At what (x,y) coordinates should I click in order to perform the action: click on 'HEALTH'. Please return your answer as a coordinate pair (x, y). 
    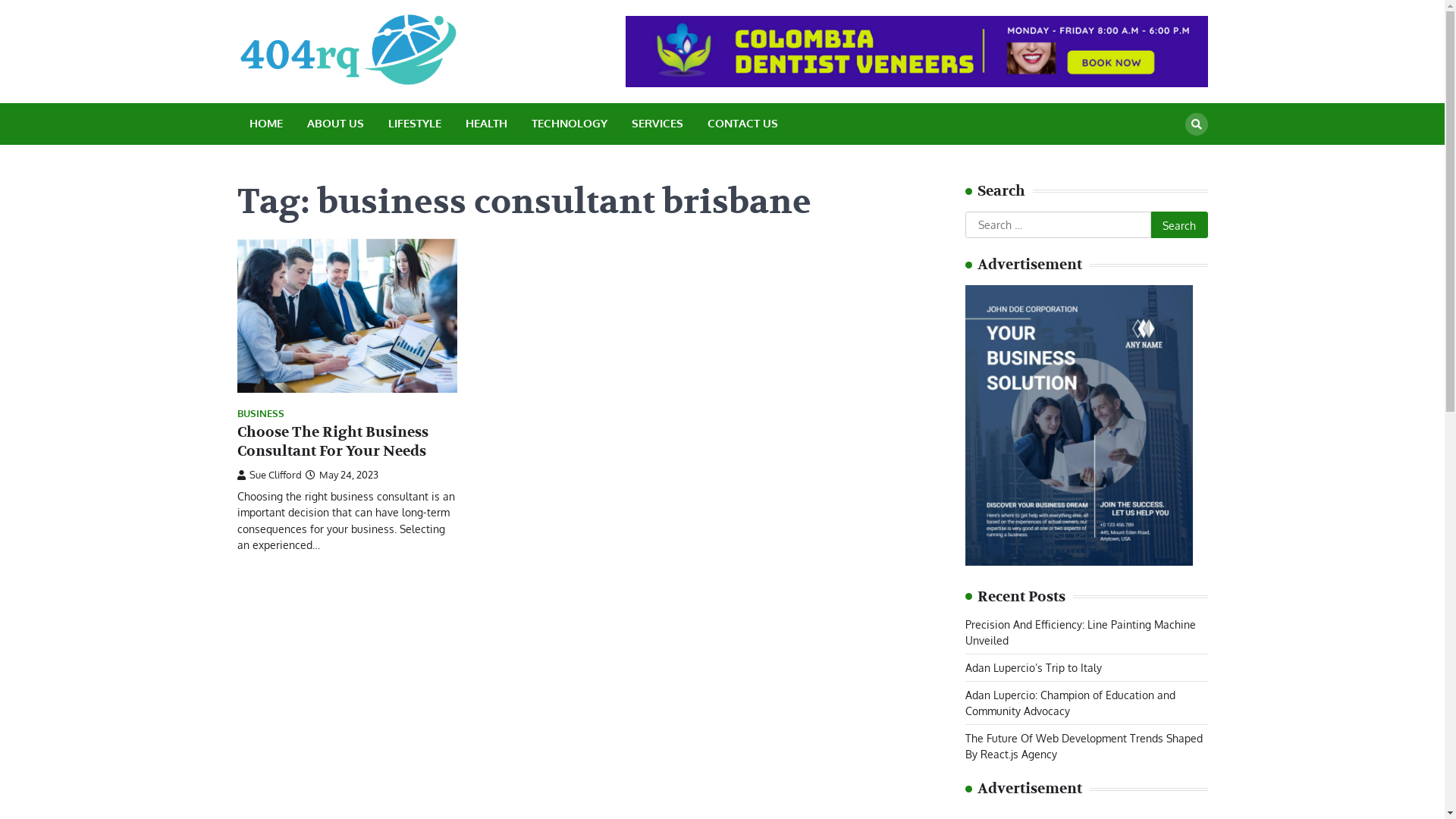
    Looking at the image, I should click on (458, 123).